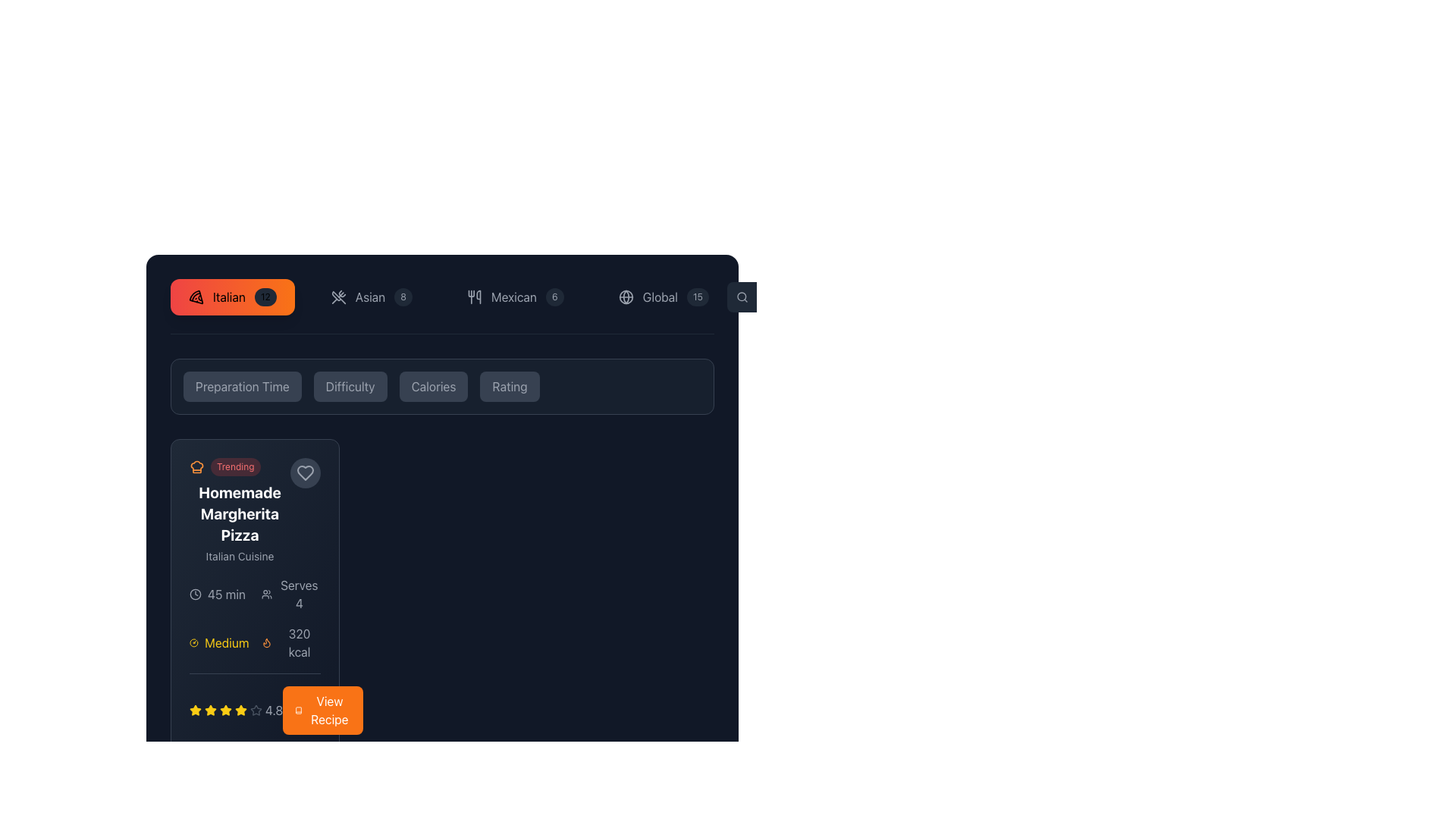  I want to click on 'Global' category text label located to the right of the globe icon in the upper right section of the interface, so click(660, 297).